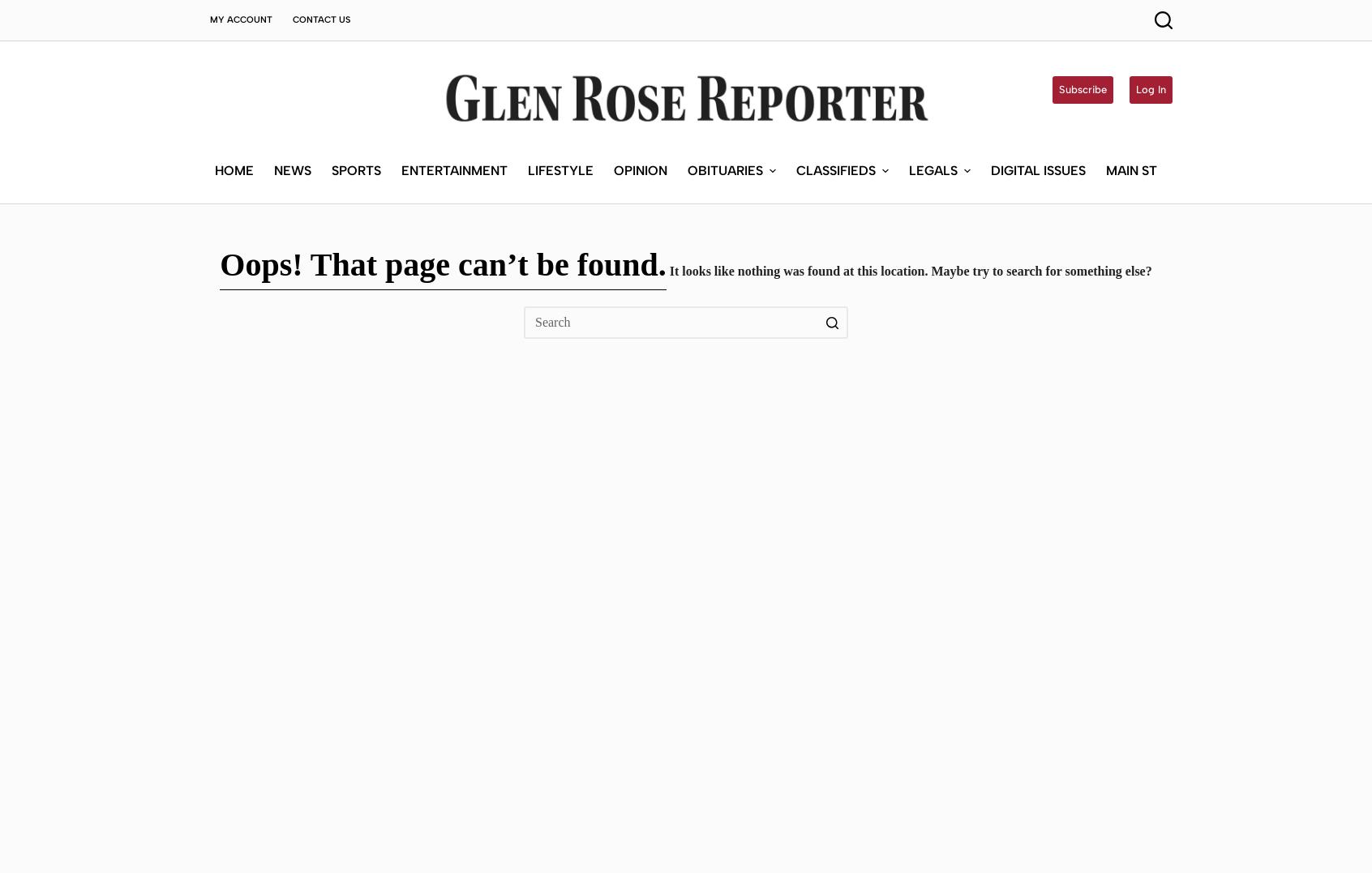  What do you see at coordinates (910, 147) in the screenshot?
I see `'It looks like nothing was found at this location. Maybe try to search for something else?'` at bounding box center [910, 147].